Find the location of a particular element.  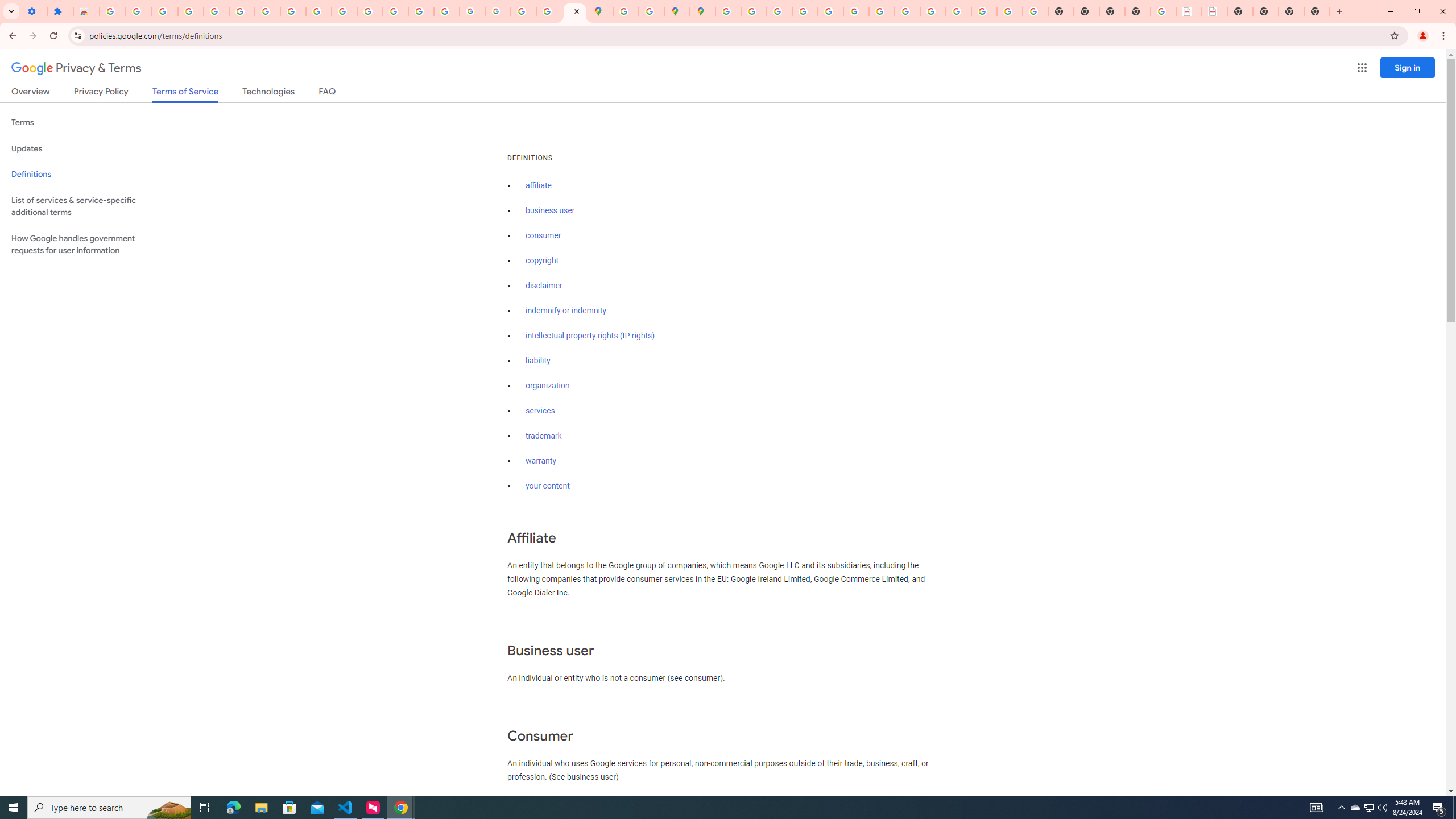

'New Tab' is located at coordinates (1317, 11).